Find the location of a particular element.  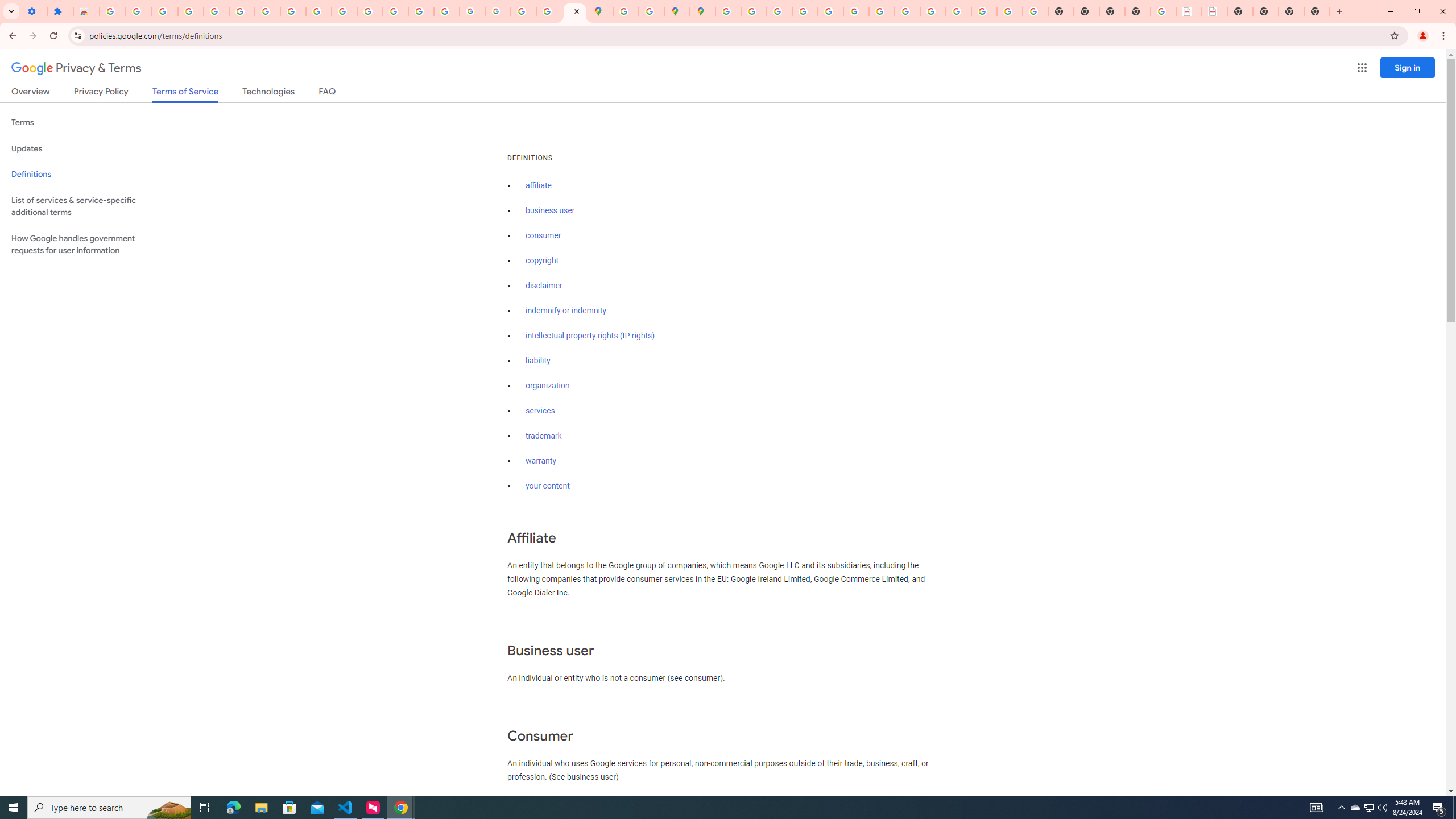

'New Tab' is located at coordinates (1317, 11).